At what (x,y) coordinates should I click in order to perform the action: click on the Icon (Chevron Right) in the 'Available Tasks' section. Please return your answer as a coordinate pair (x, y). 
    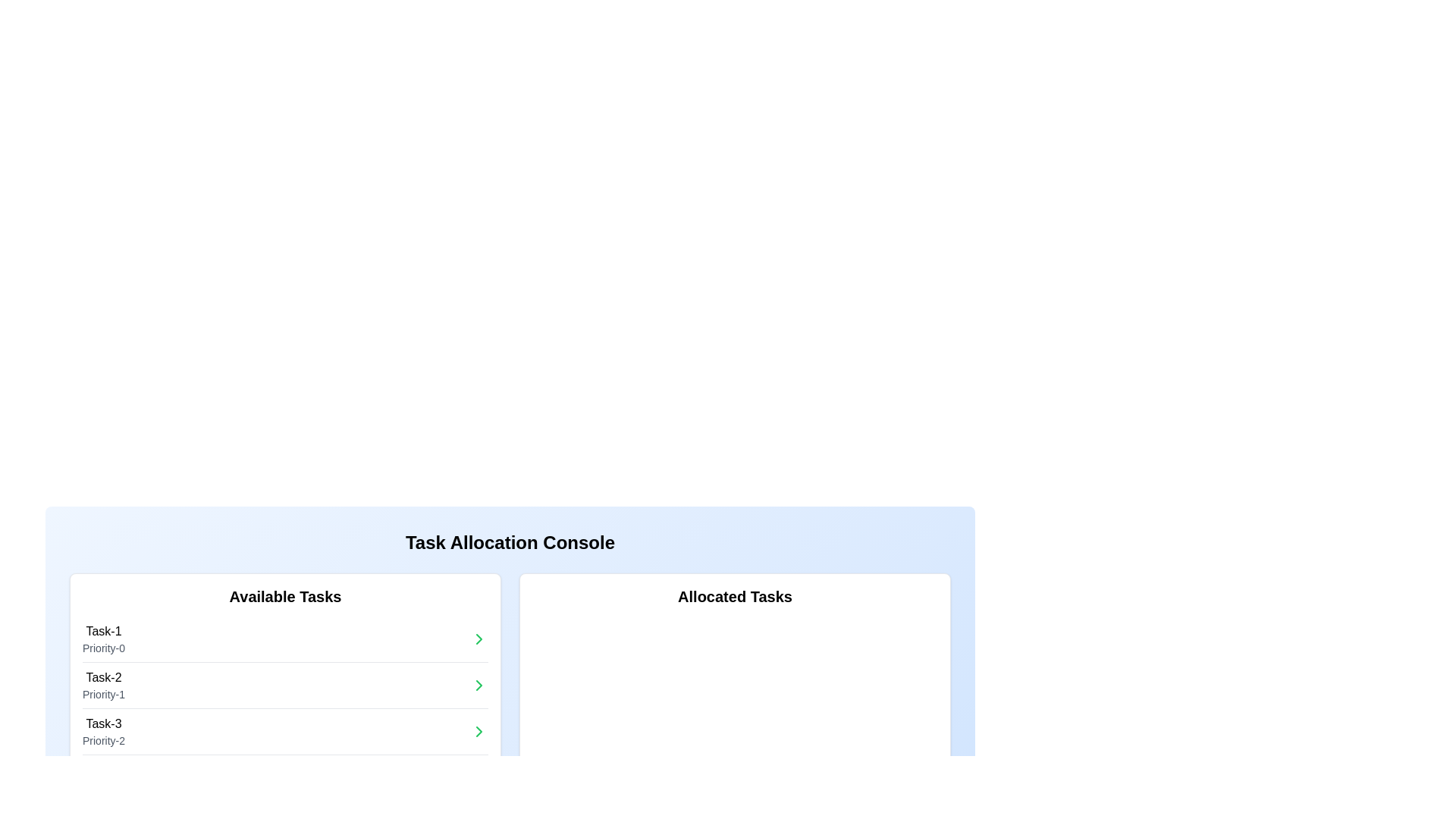
    Looking at the image, I should click on (479, 730).